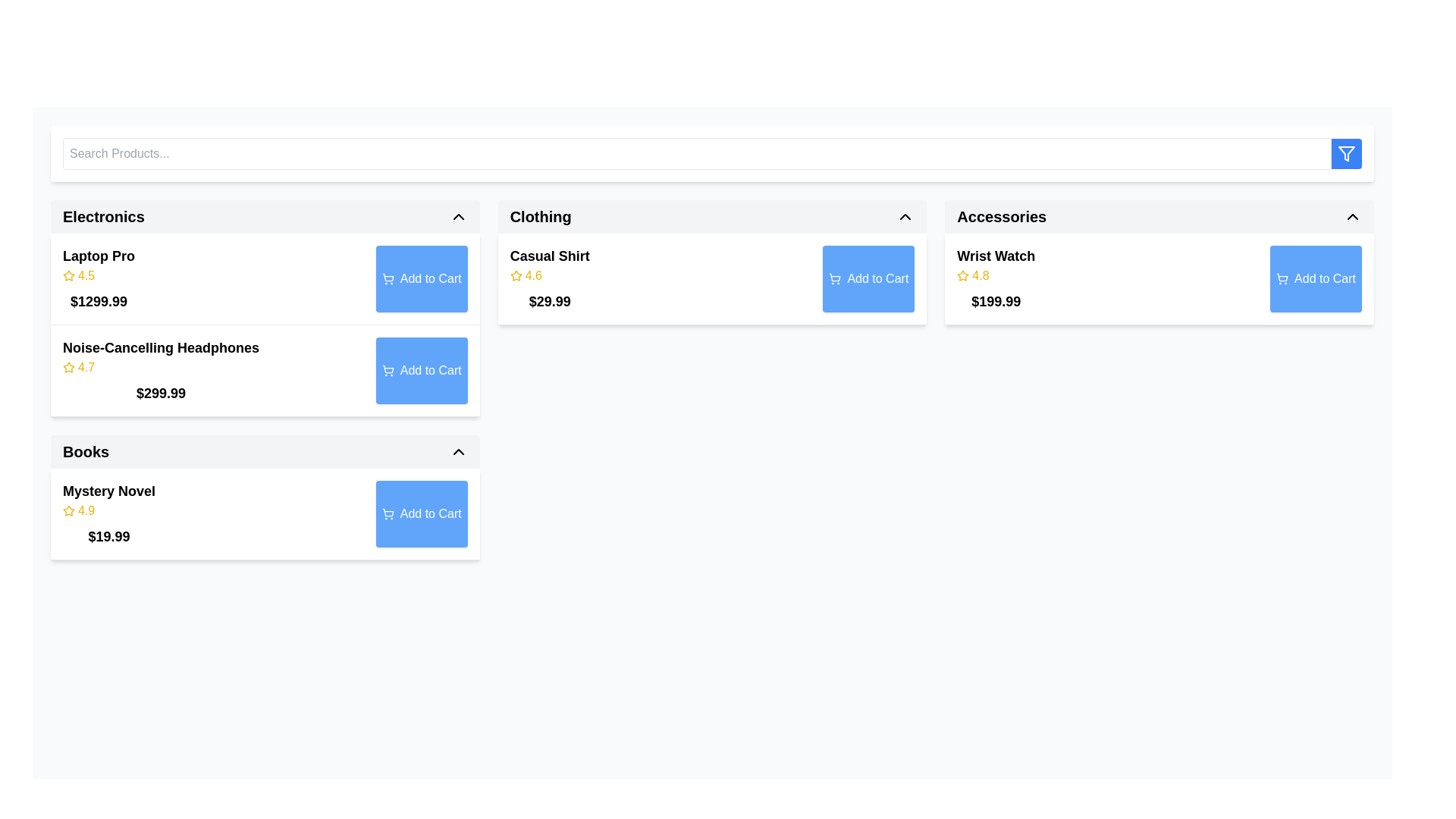 The height and width of the screenshot is (819, 1456). What do you see at coordinates (430, 371) in the screenshot?
I see `the 'Add to Cart' button which is styled with a blue background and located to the right of the shopping cart icon, situated within the product section for 'Noise-Cancelling Headphones'` at bounding box center [430, 371].